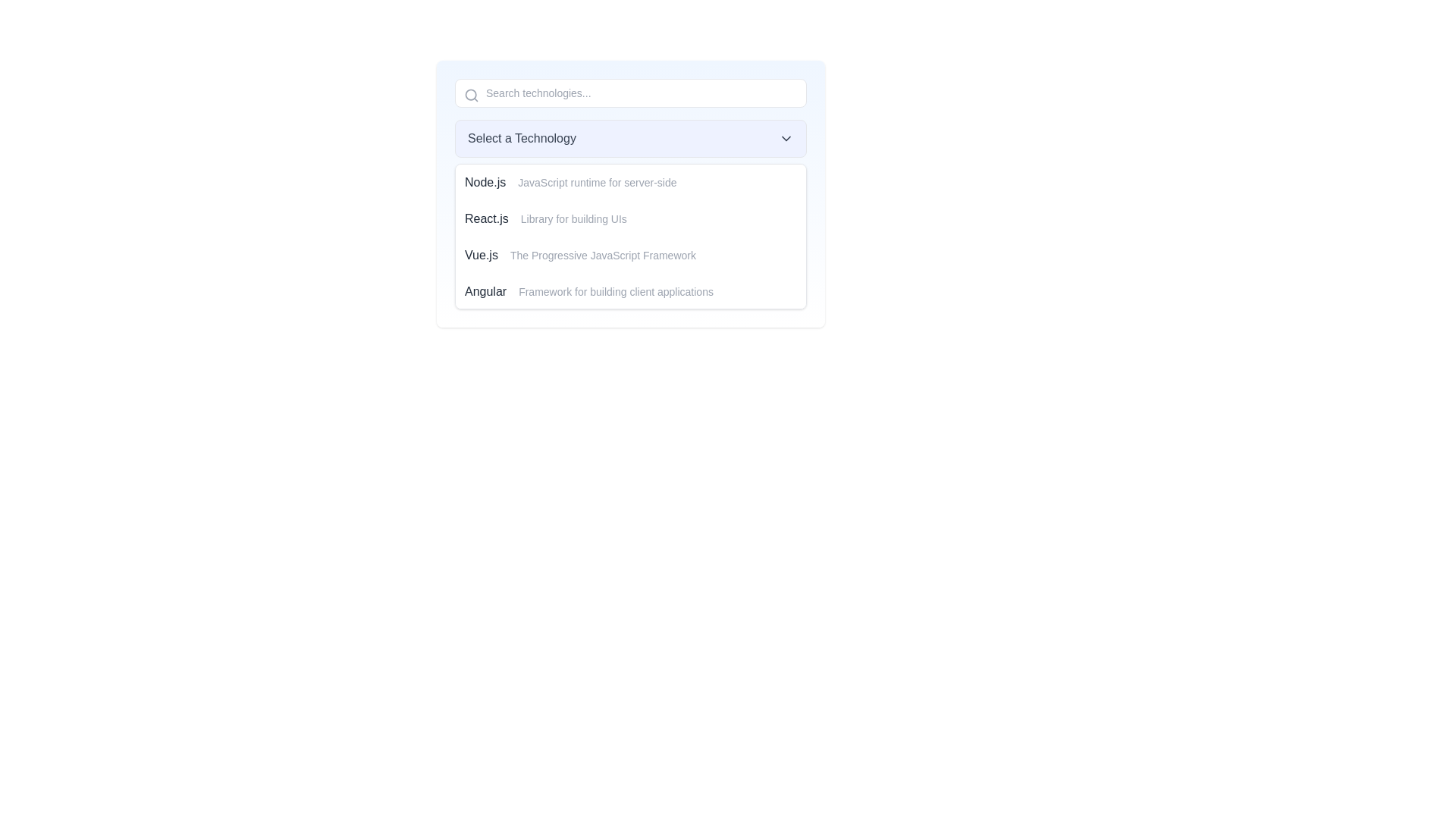 The height and width of the screenshot is (819, 1456). What do you see at coordinates (630, 138) in the screenshot?
I see `the dropdown menu trigger located beneath the search bar within the rectangular card by` at bounding box center [630, 138].